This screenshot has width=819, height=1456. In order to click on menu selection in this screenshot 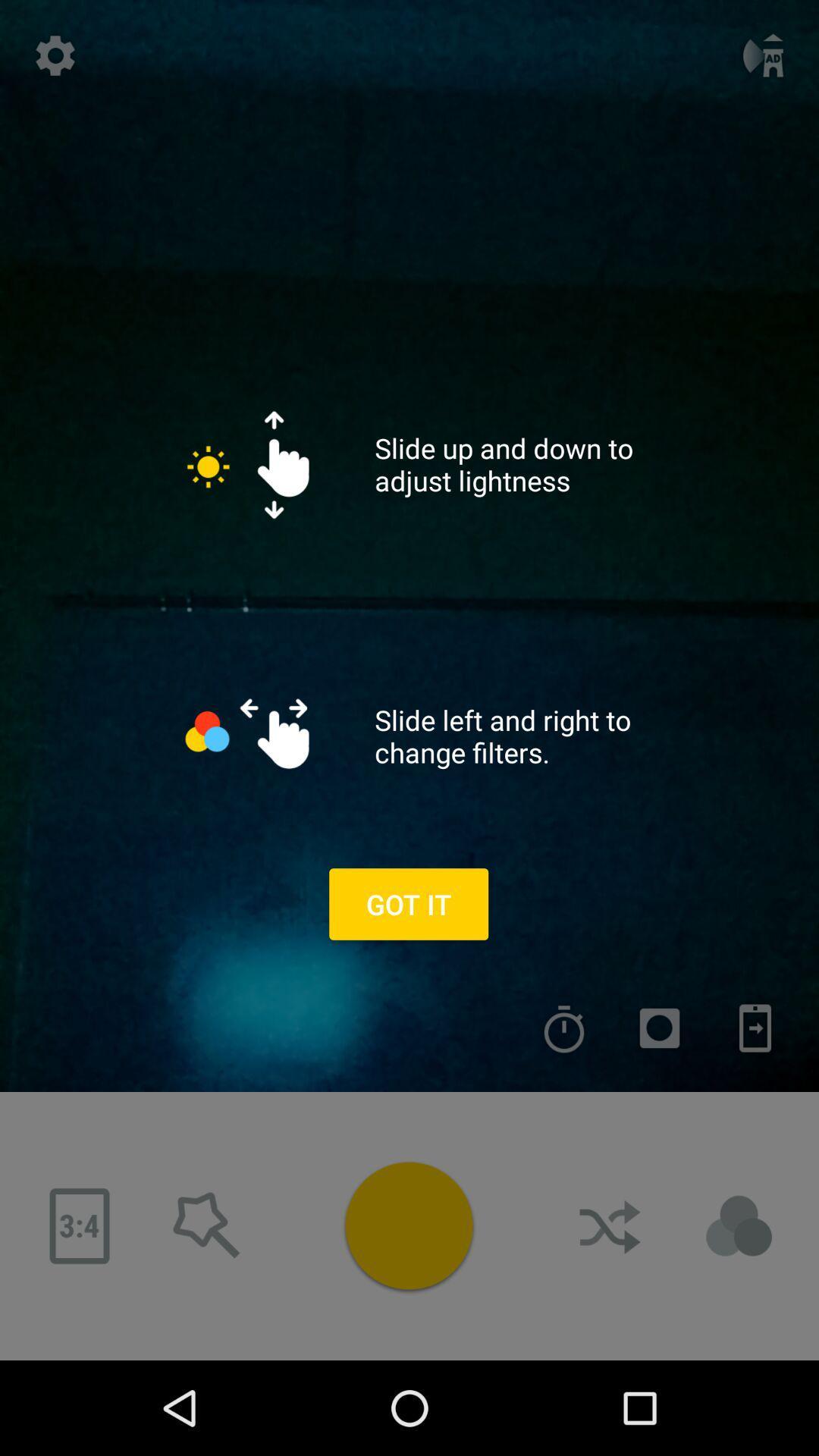, I will do `click(659, 1028)`.